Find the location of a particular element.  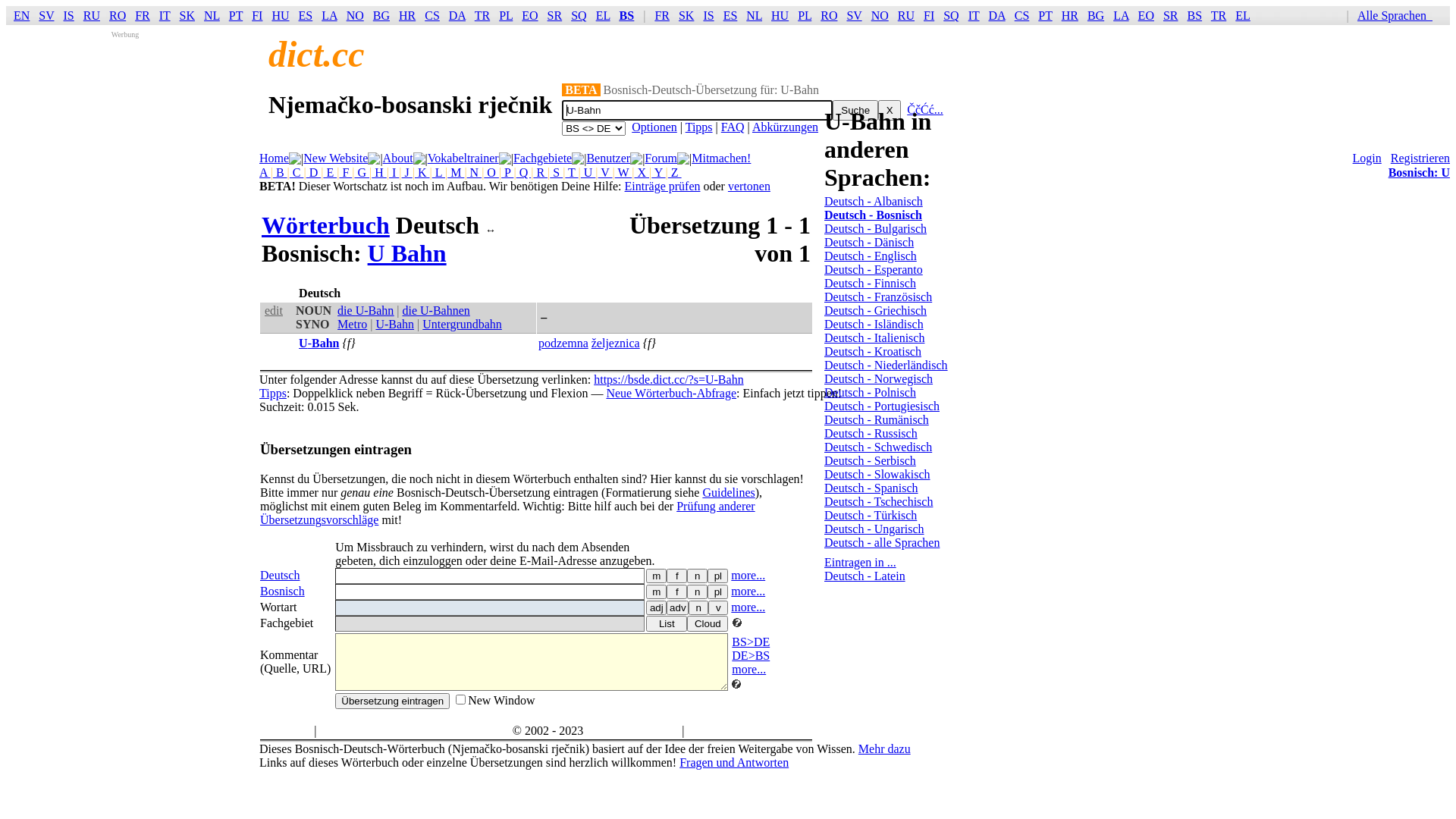

'P' is located at coordinates (507, 171).